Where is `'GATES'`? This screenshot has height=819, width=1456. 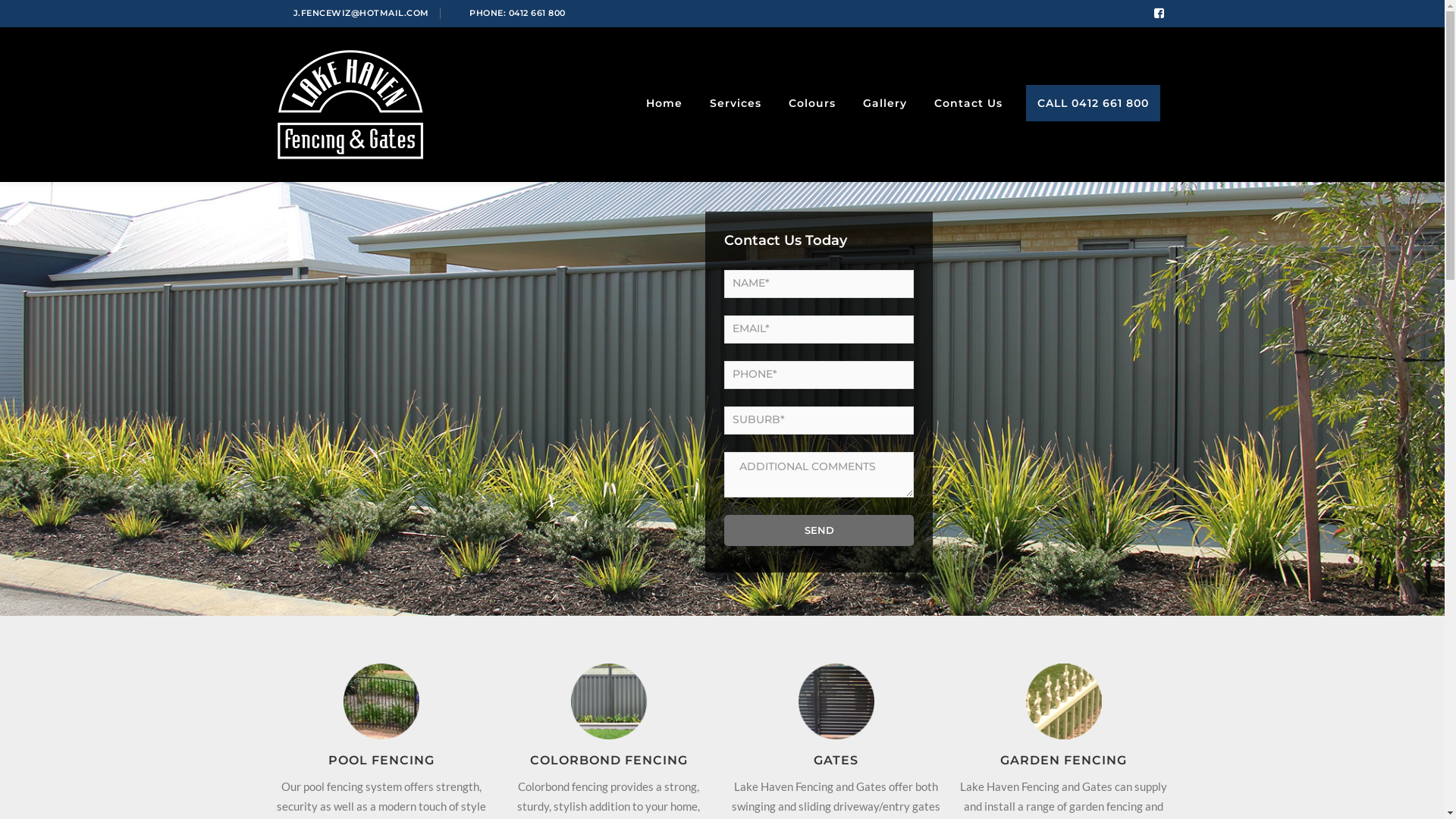
'GATES' is located at coordinates (835, 760).